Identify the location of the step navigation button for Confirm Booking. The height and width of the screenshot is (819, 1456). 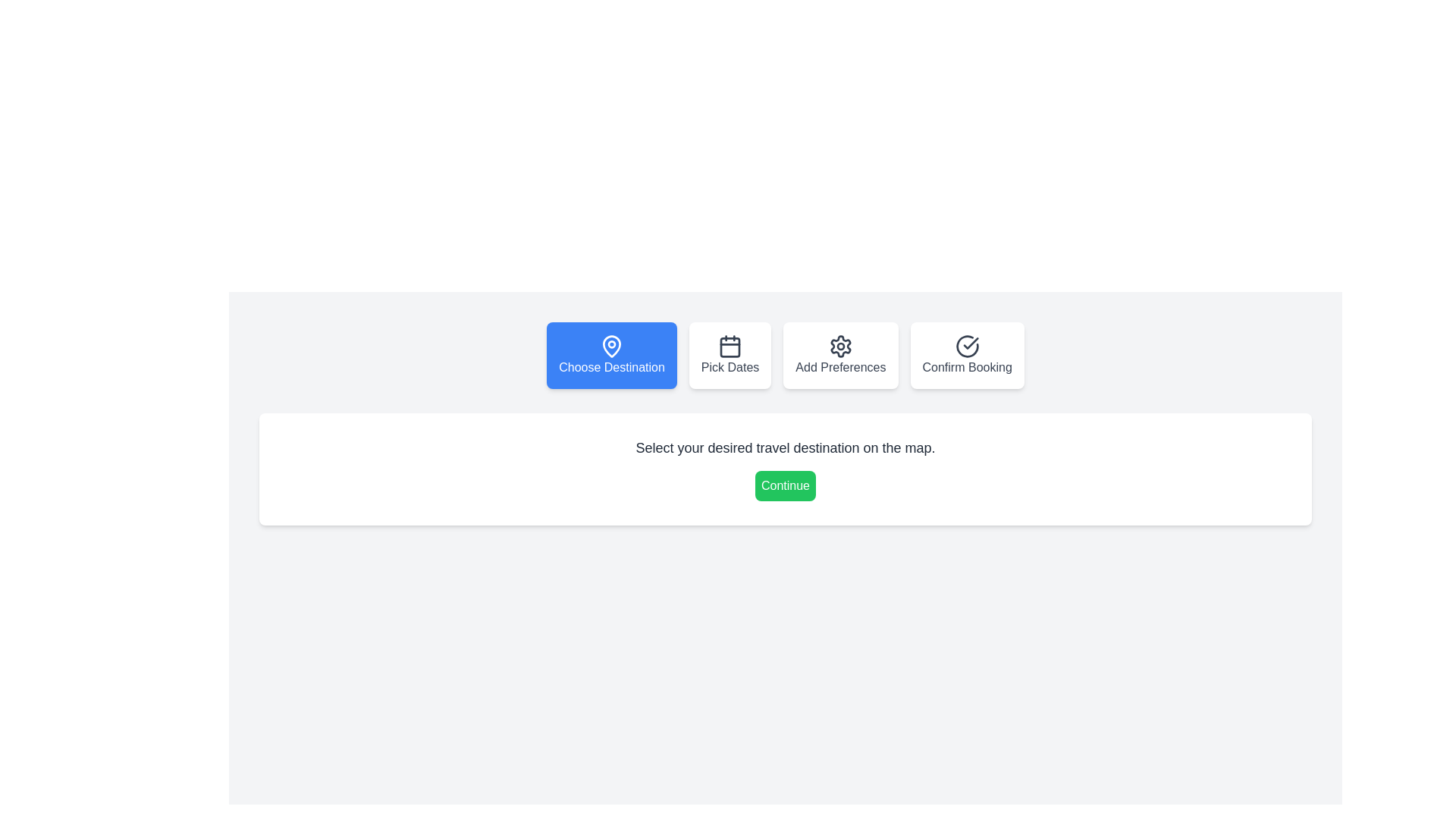
(967, 356).